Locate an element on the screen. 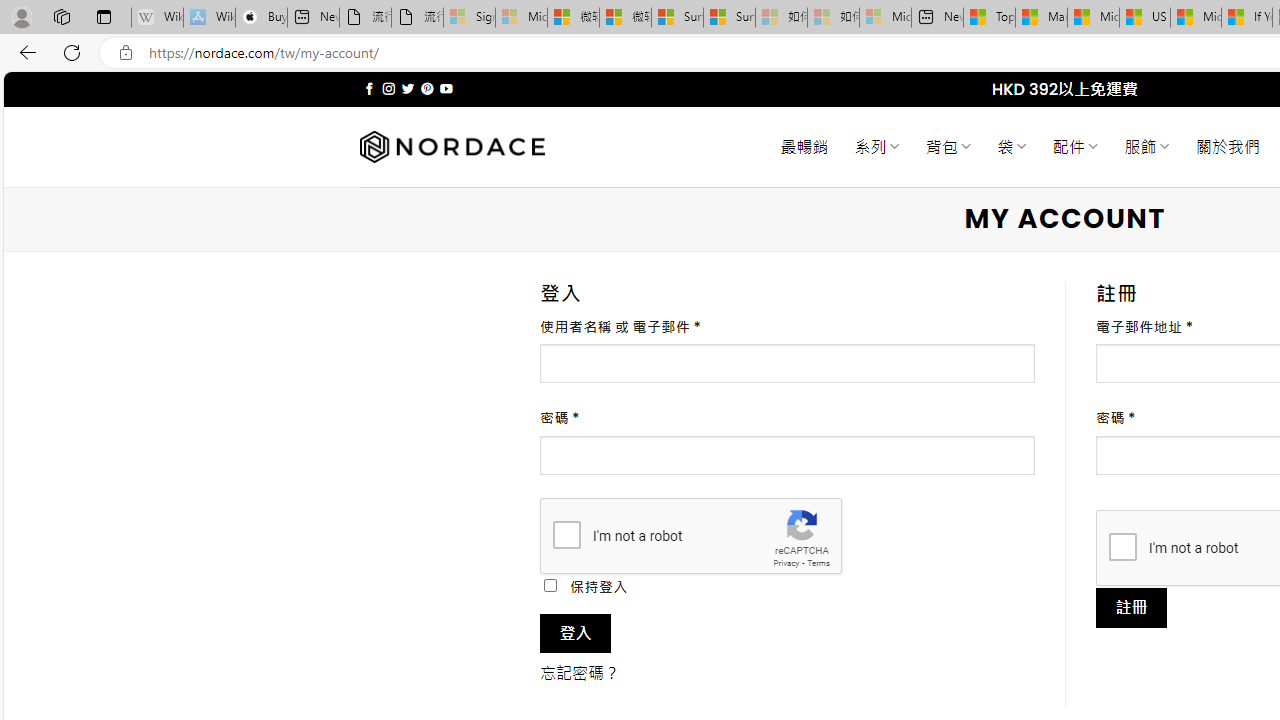  'US Heat Deaths Soared To Record High Last Year' is located at coordinates (1144, 17).